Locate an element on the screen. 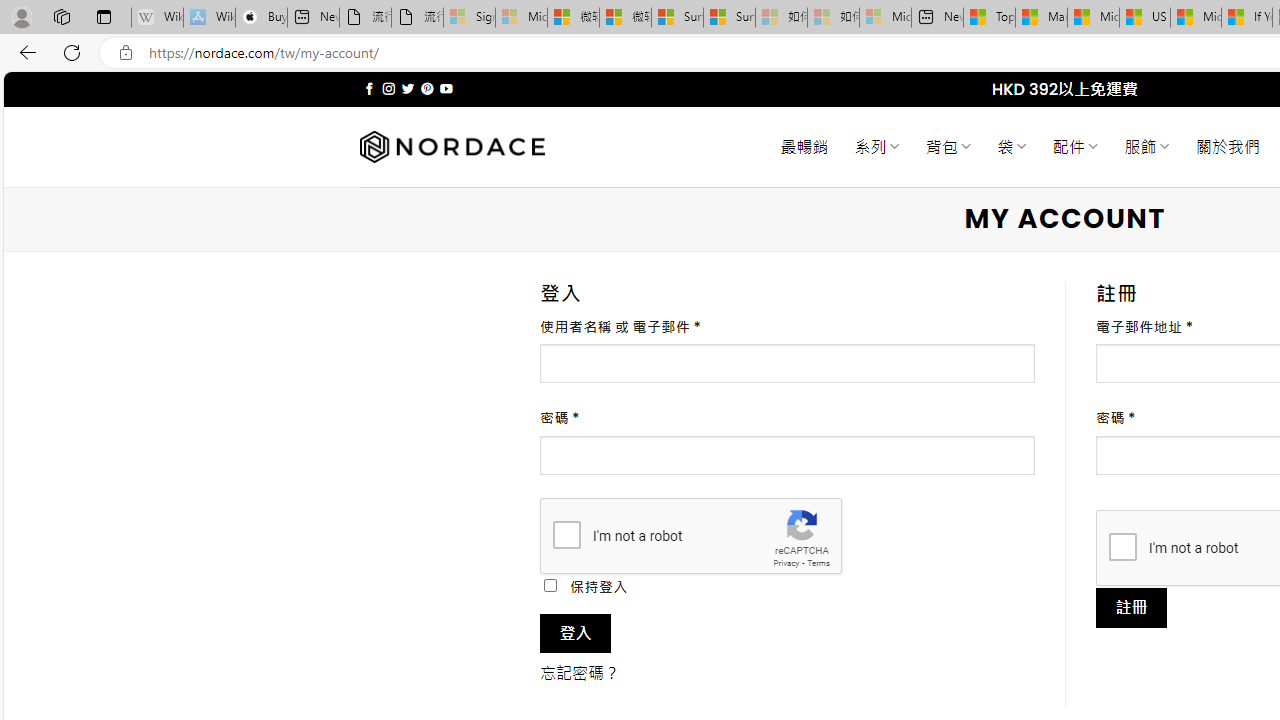  'US Heat Deaths Soared To Record High Last Year' is located at coordinates (1144, 17).